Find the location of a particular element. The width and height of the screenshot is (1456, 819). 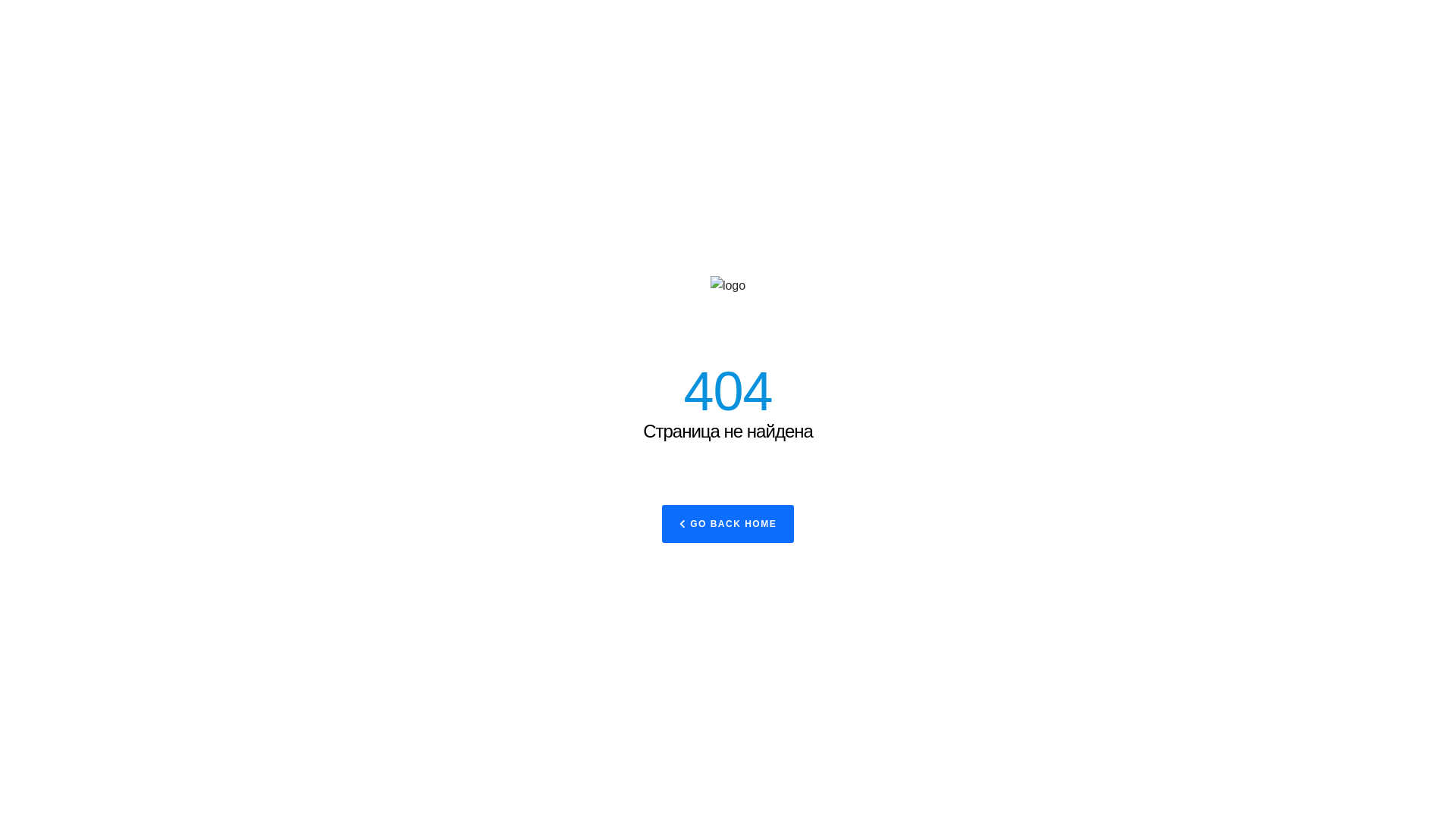

'GO BACK HOME' is located at coordinates (662, 522).